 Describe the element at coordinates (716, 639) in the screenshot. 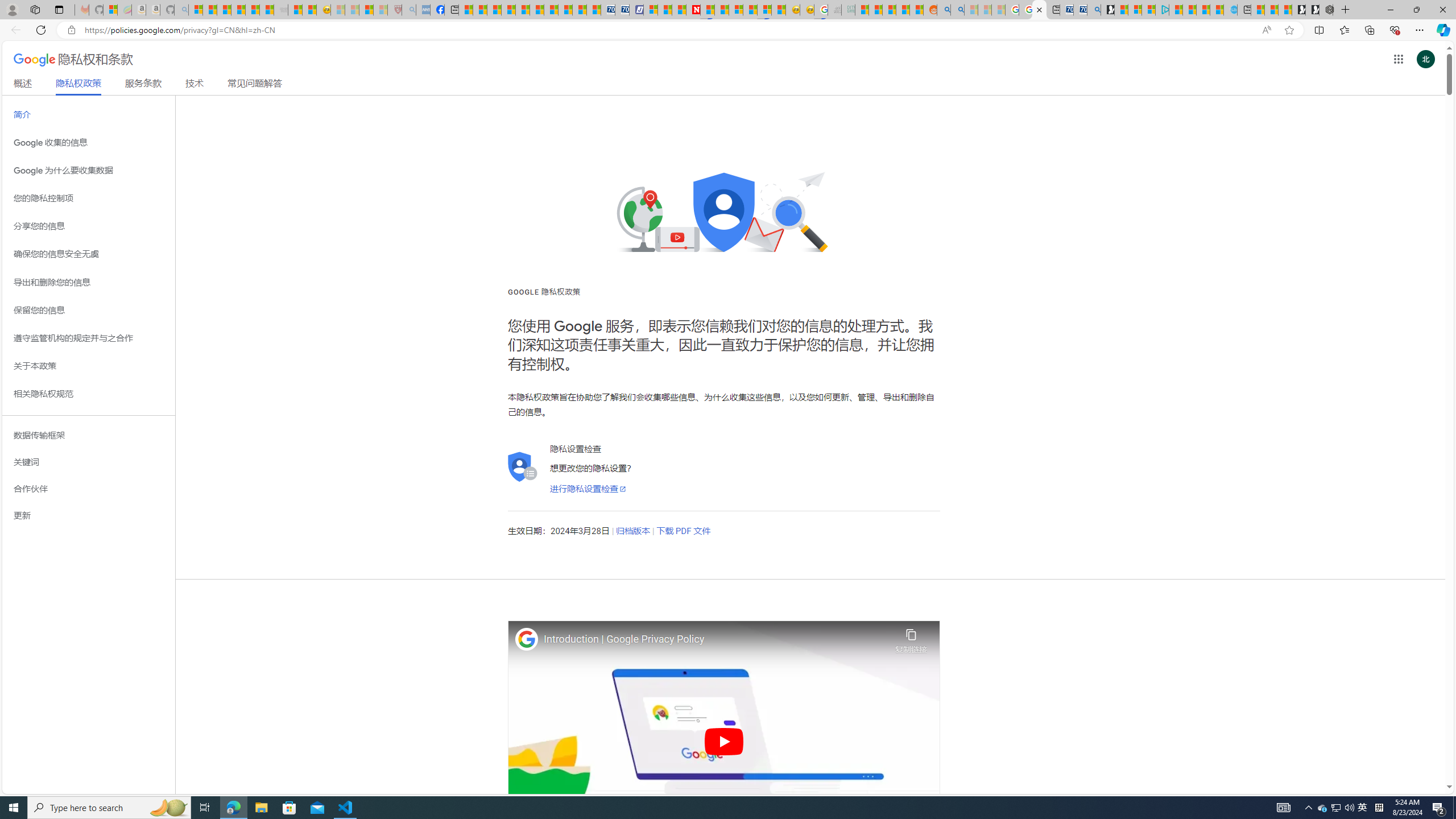

I see `'Introduction | Google Privacy Policy'` at that location.